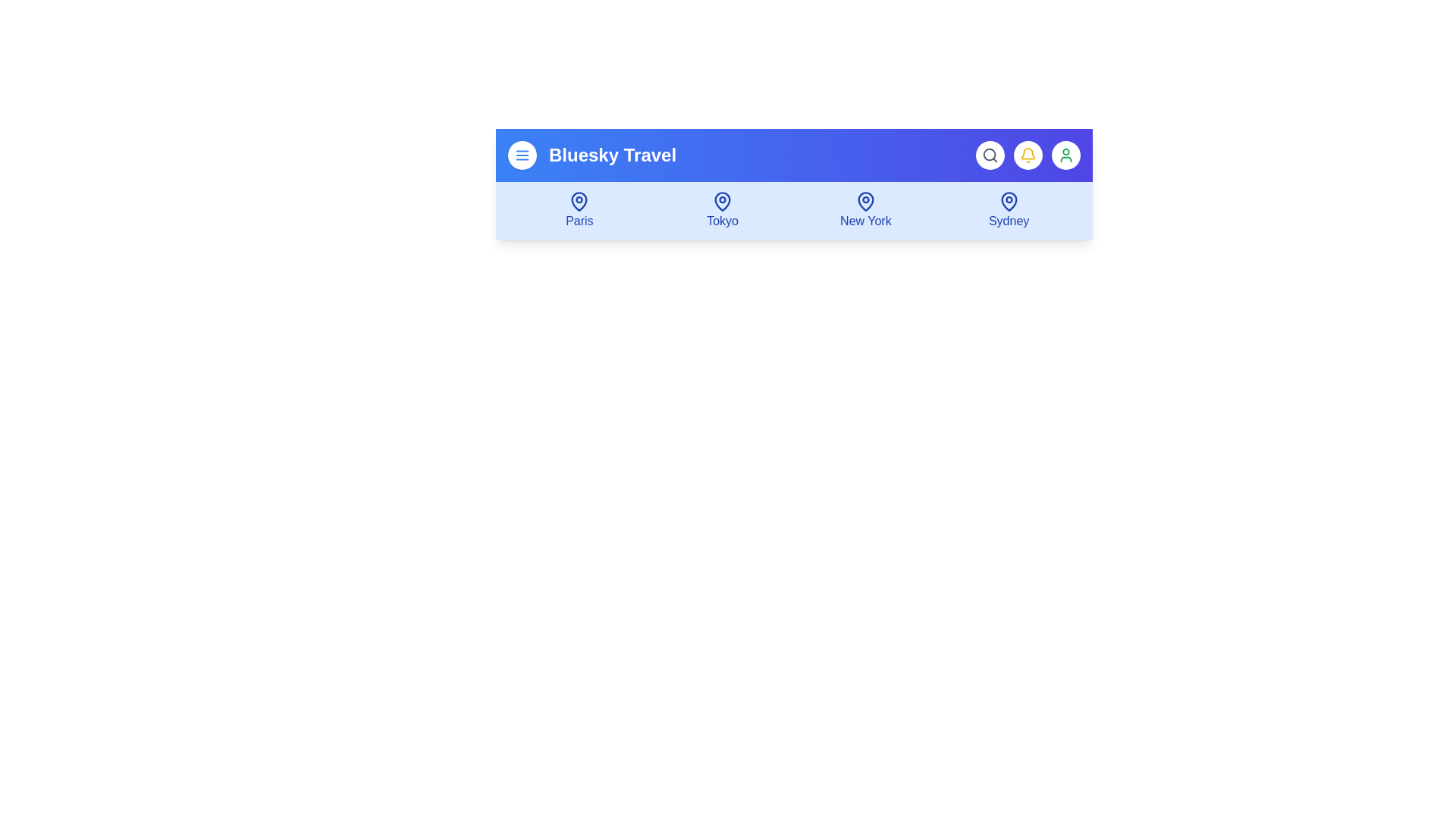  Describe the element at coordinates (522, 155) in the screenshot. I see `the menu toggle button to toggle the menu visibility` at that location.